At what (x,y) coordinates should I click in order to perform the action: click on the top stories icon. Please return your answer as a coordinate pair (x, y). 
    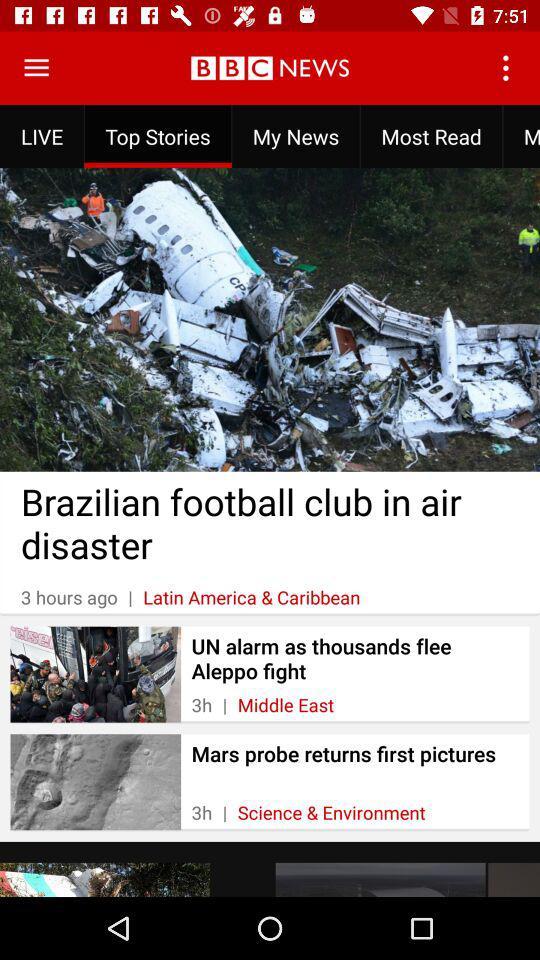
    Looking at the image, I should click on (157, 135).